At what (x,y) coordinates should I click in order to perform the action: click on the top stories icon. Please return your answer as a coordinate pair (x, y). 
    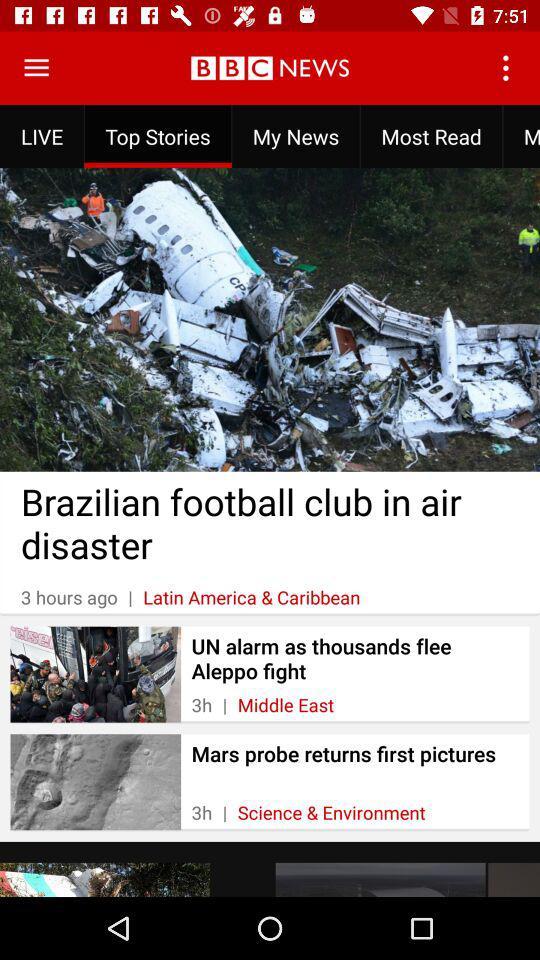
    Looking at the image, I should click on (157, 135).